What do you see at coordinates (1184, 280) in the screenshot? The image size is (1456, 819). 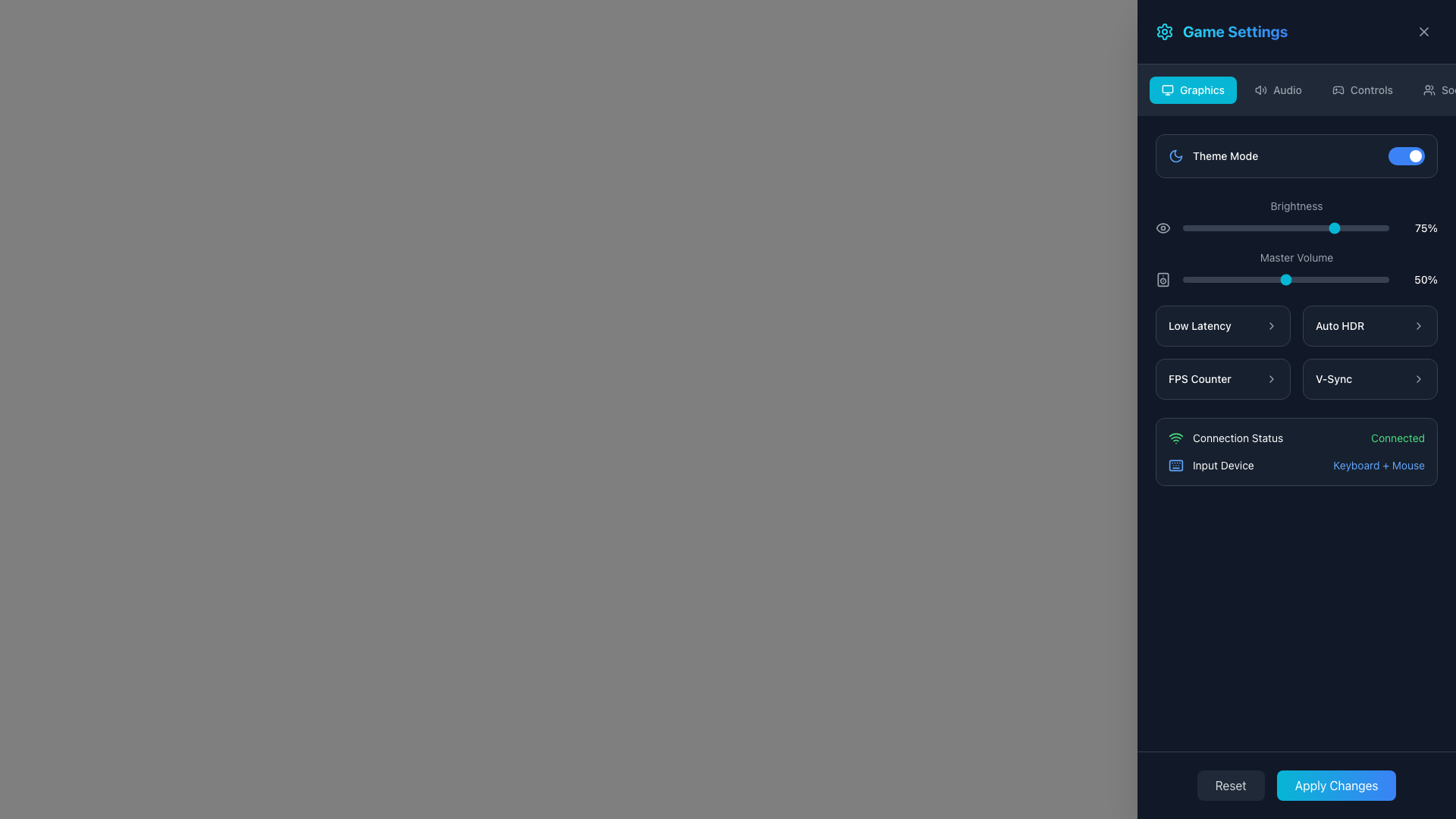 I see `the Master Volume` at bounding box center [1184, 280].